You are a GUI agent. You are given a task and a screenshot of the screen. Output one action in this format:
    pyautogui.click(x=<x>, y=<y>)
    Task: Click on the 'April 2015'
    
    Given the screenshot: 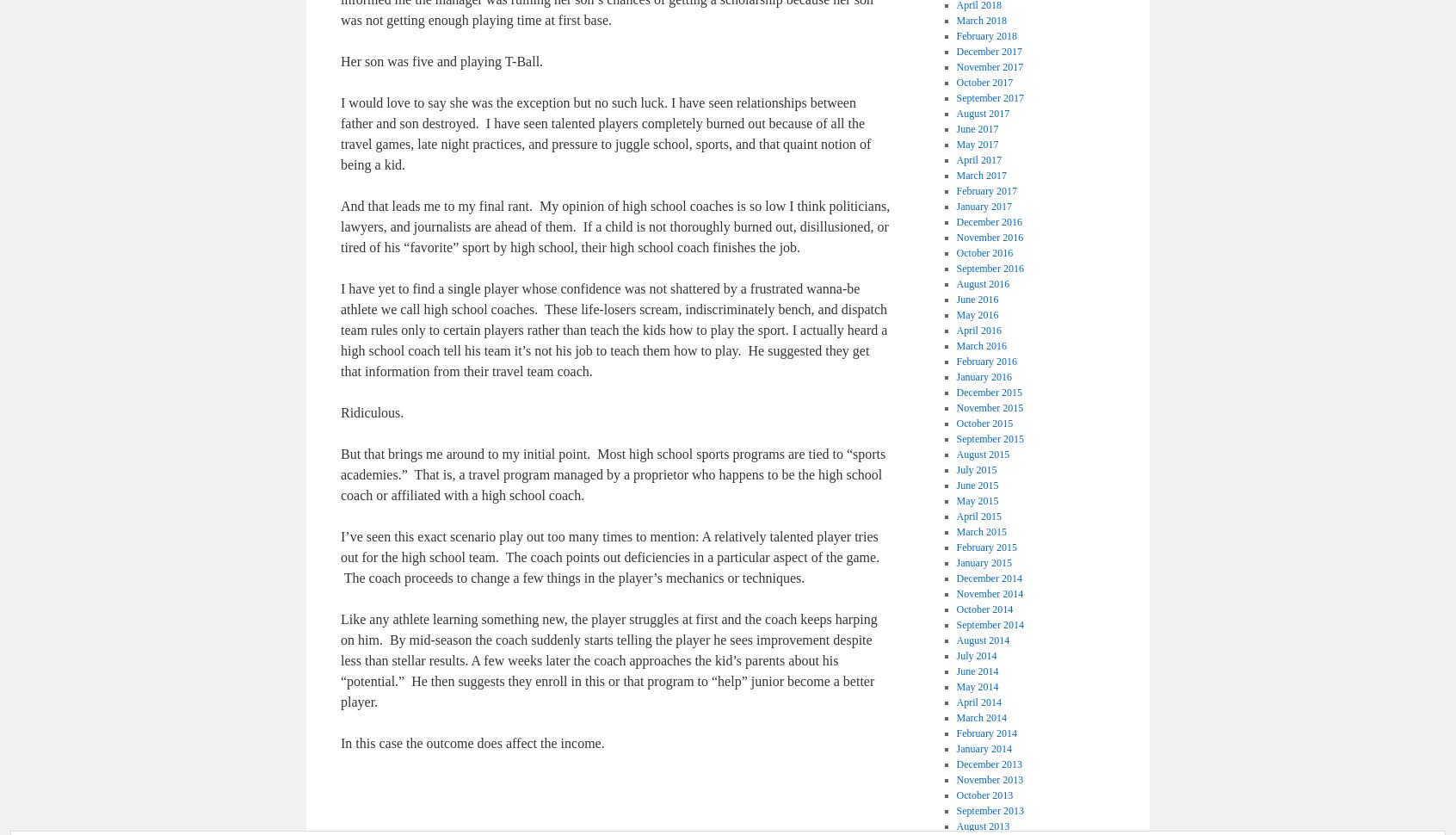 What is the action you would take?
    pyautogui.click(x=978, y=516)
    